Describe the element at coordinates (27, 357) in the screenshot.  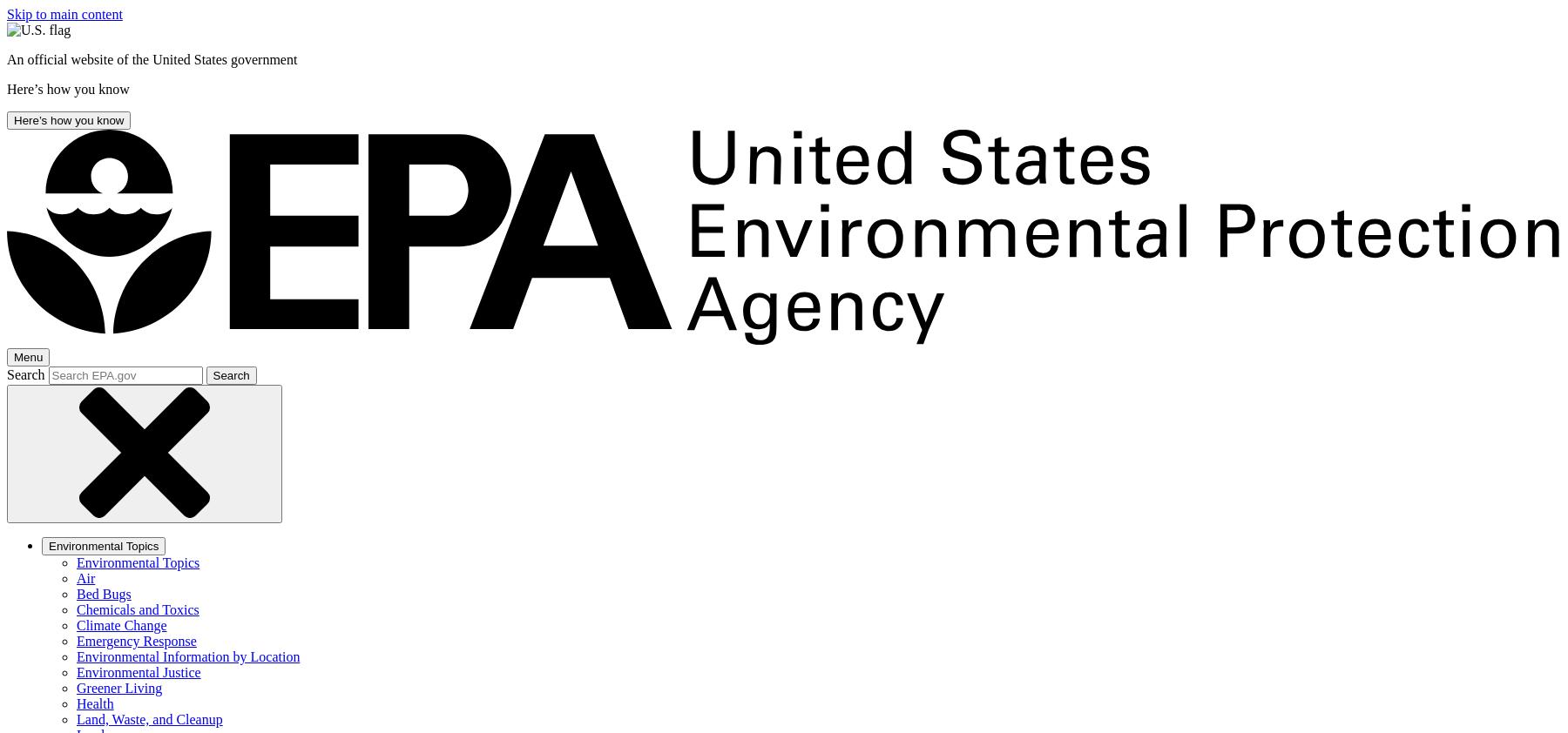
I see `'Menu'` at that location.